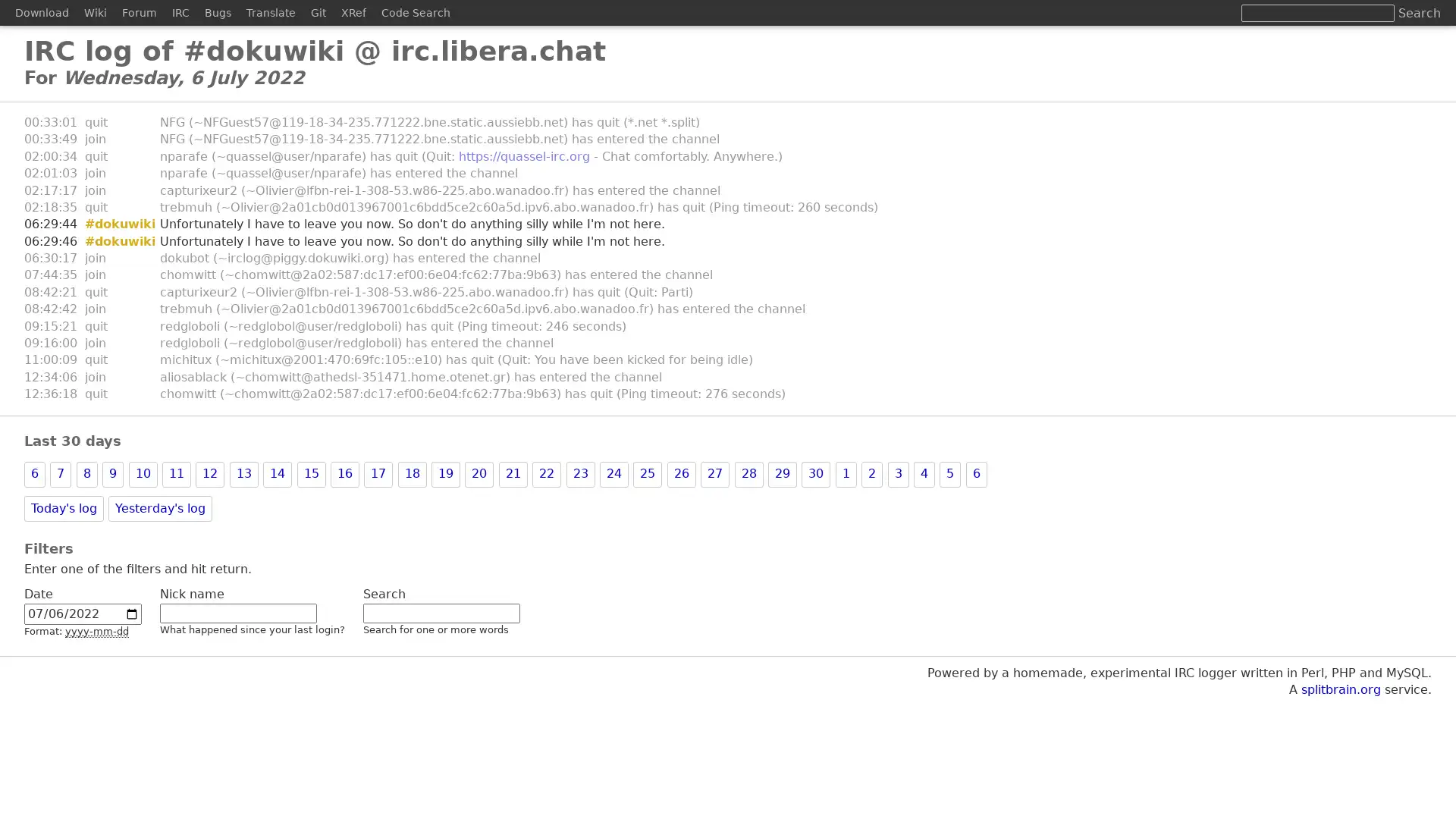  Describe the element at coordinates (1419, 13) in the screenshot. I see `Search` at that location.